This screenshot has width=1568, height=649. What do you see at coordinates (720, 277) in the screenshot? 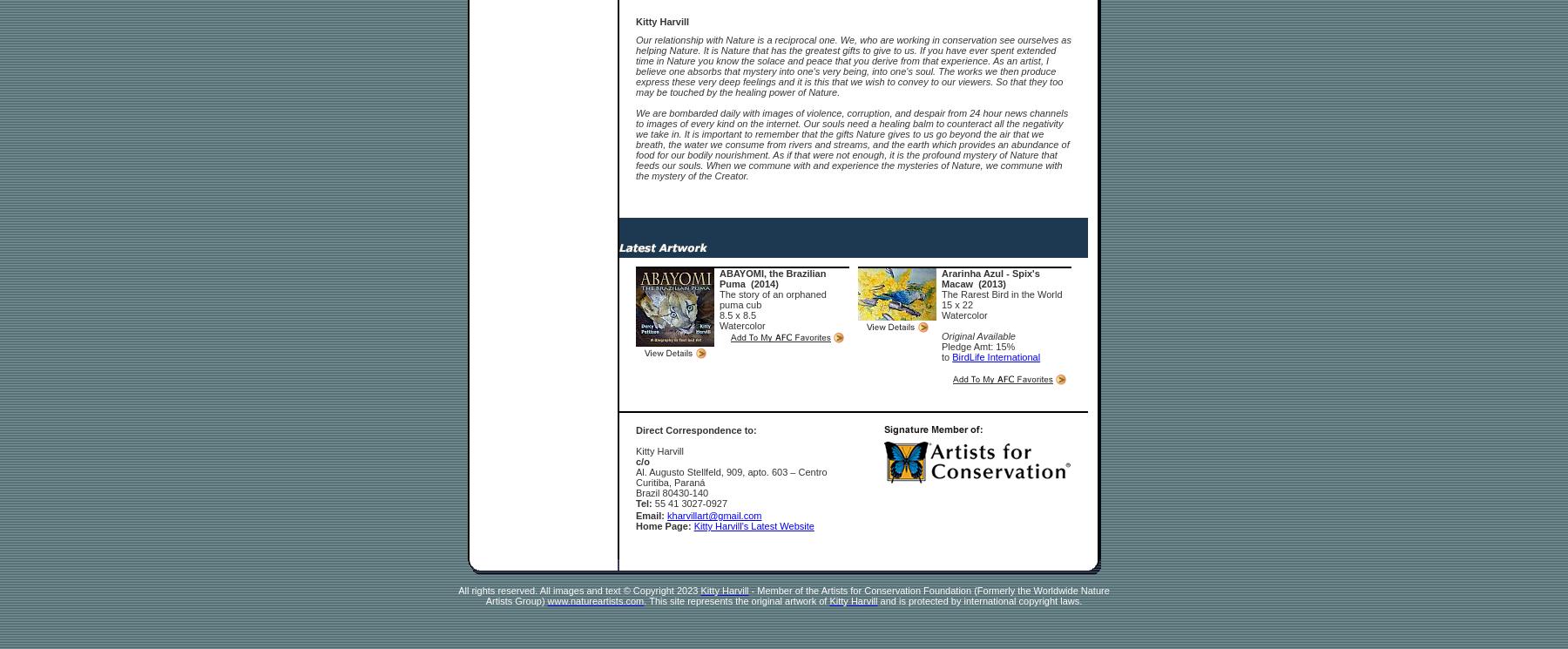
I see `'ABAYOMI, the Brazilian Puma  
                  
                  (2014)'` at bounding box center [720, 277].